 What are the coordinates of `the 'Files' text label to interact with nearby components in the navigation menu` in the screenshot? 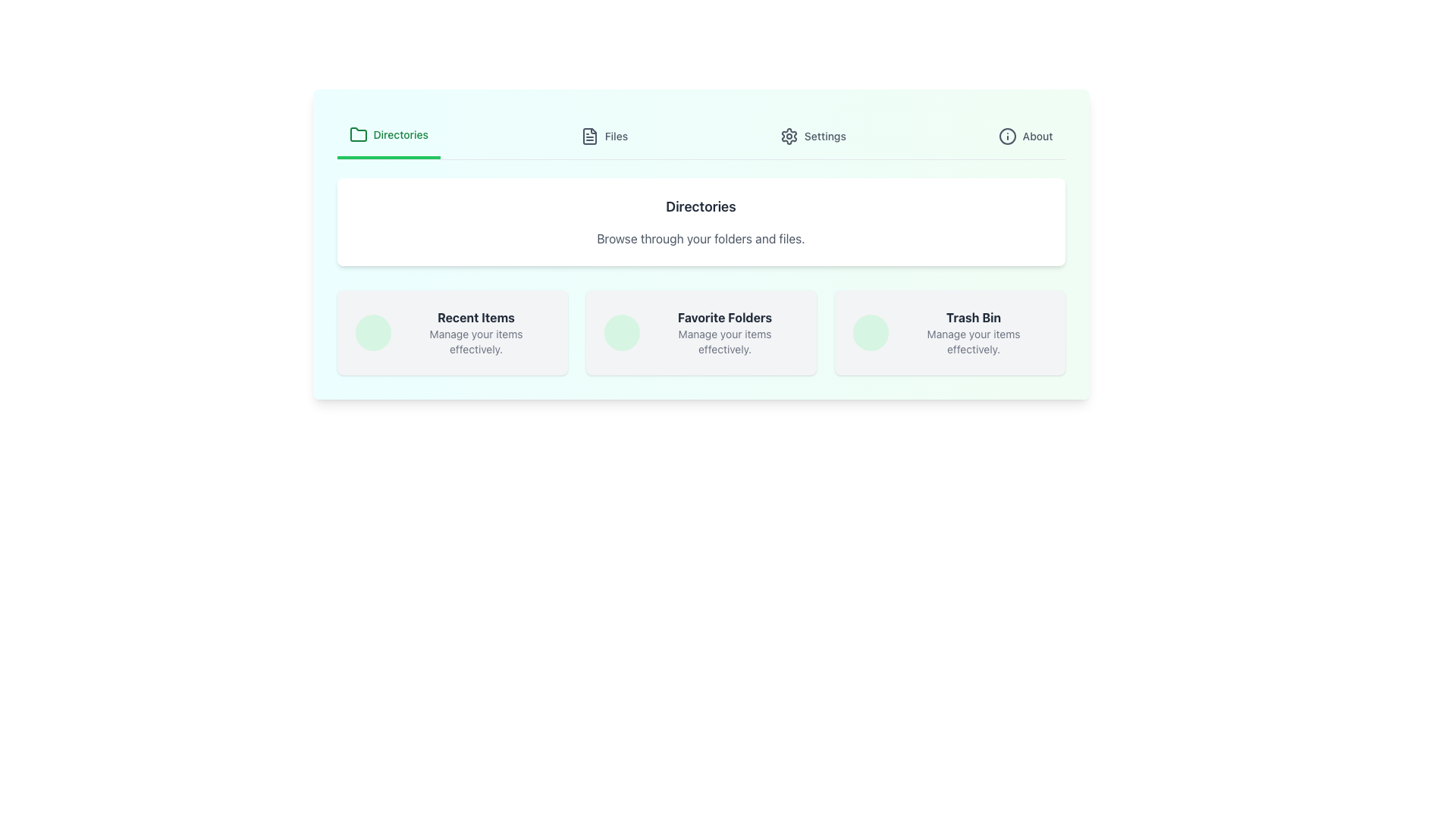 It's located at (616, 136).